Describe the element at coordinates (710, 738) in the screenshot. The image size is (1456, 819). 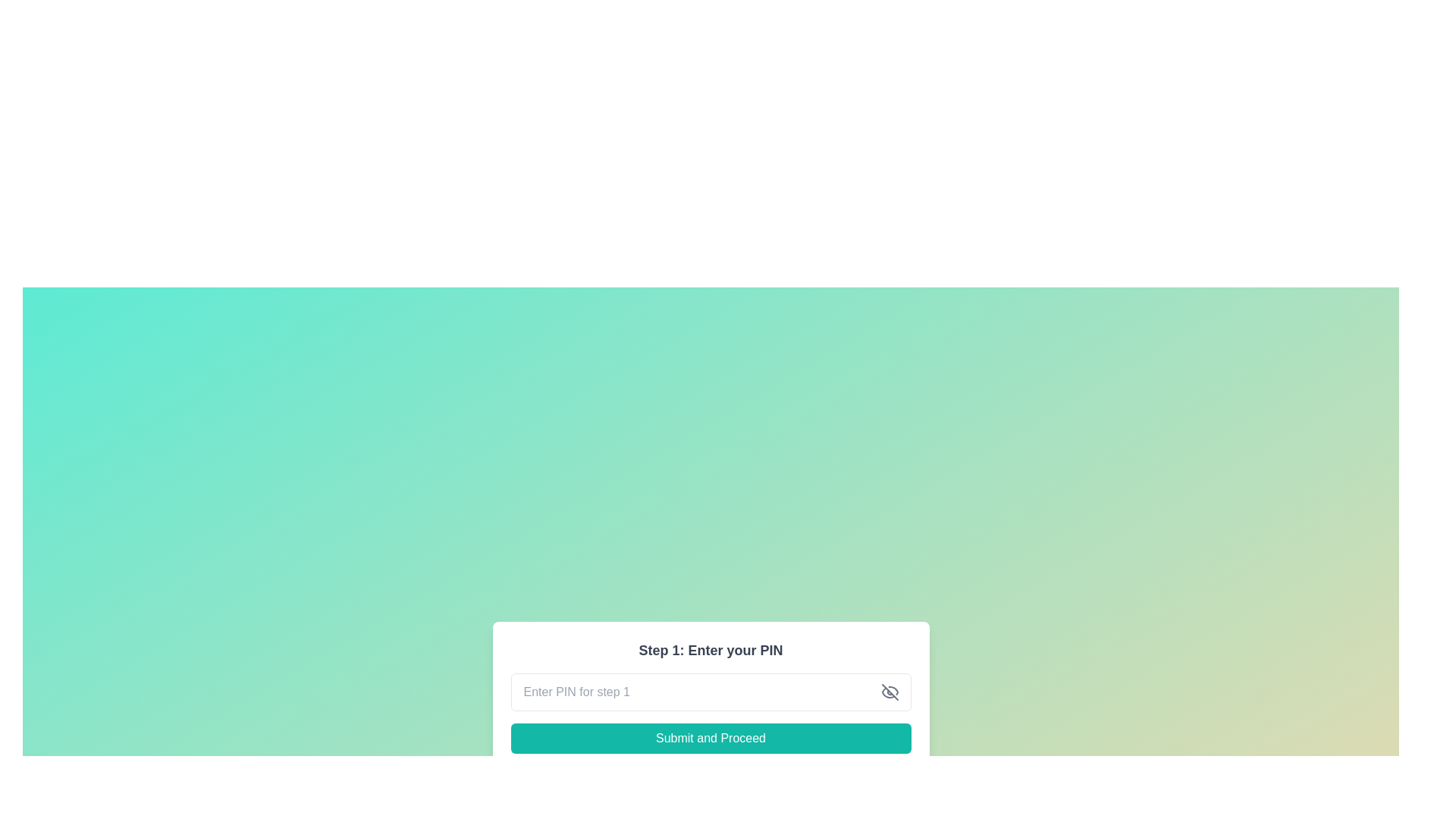
I see `the submission button located at the bottom of the white card-like structure to proceed to the next step` at that location.